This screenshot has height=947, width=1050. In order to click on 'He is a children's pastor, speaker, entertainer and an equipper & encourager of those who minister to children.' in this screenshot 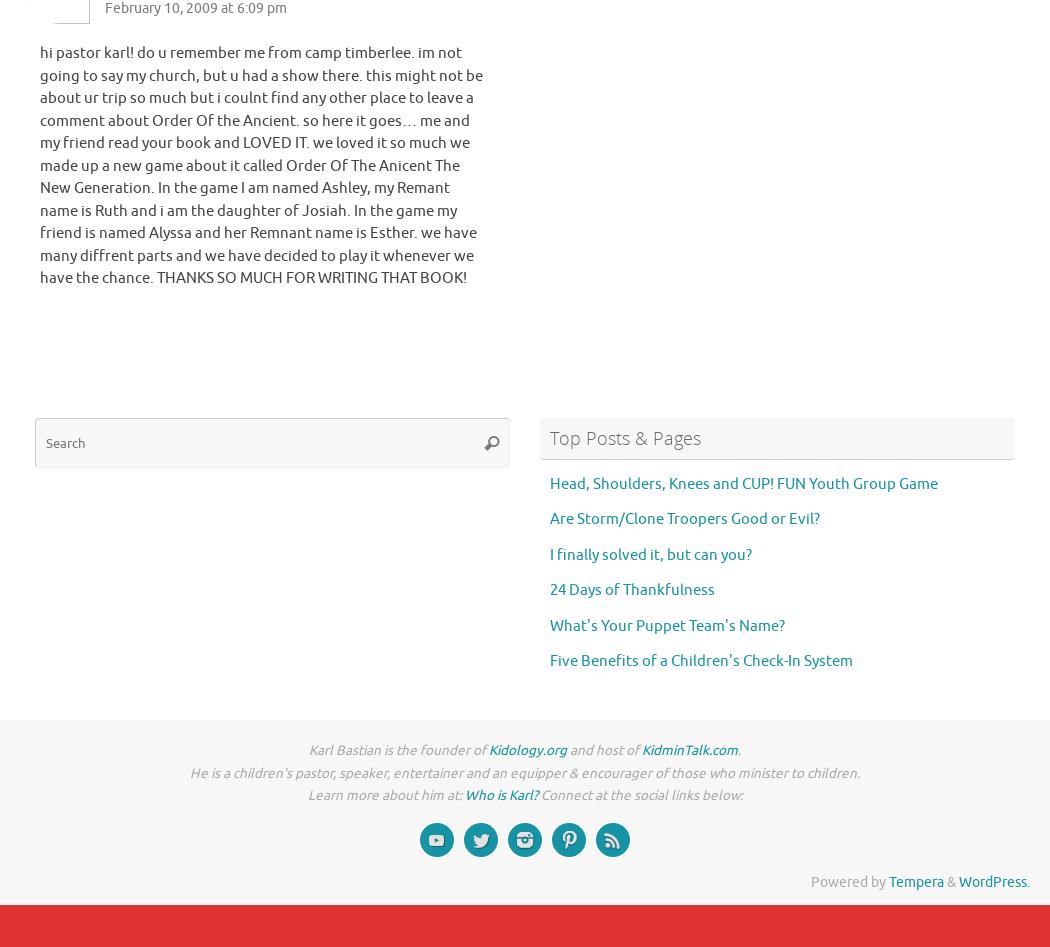, I will do `click(525, 772)`.